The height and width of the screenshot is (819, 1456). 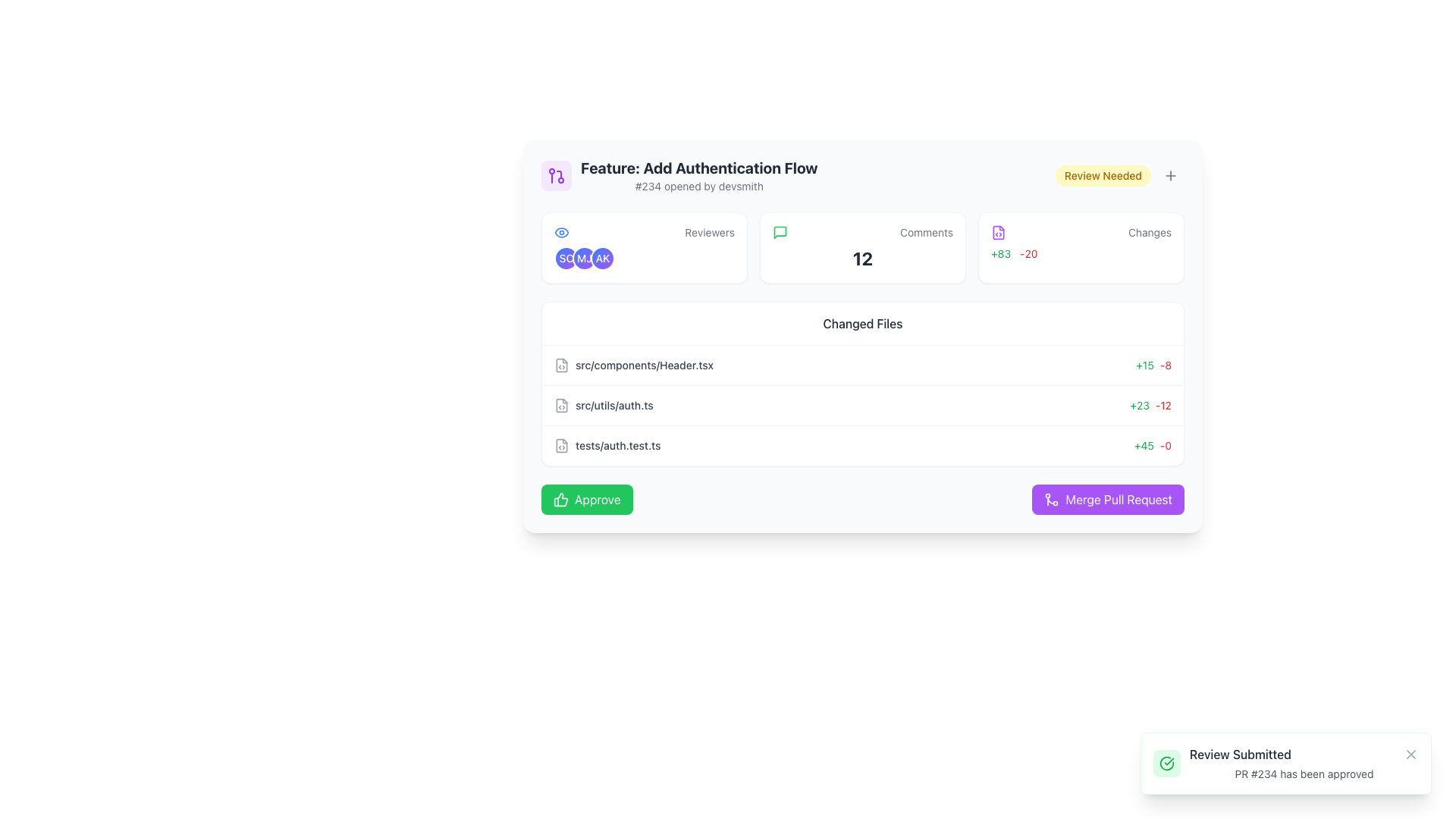 What do you see at coordinates (1140, 405) in the screenshot?
I see `the text element displaying the positive numerical value '+23' in the 'Changes' column of the 'Changed Files' section` at bounding box center [1140, 405].